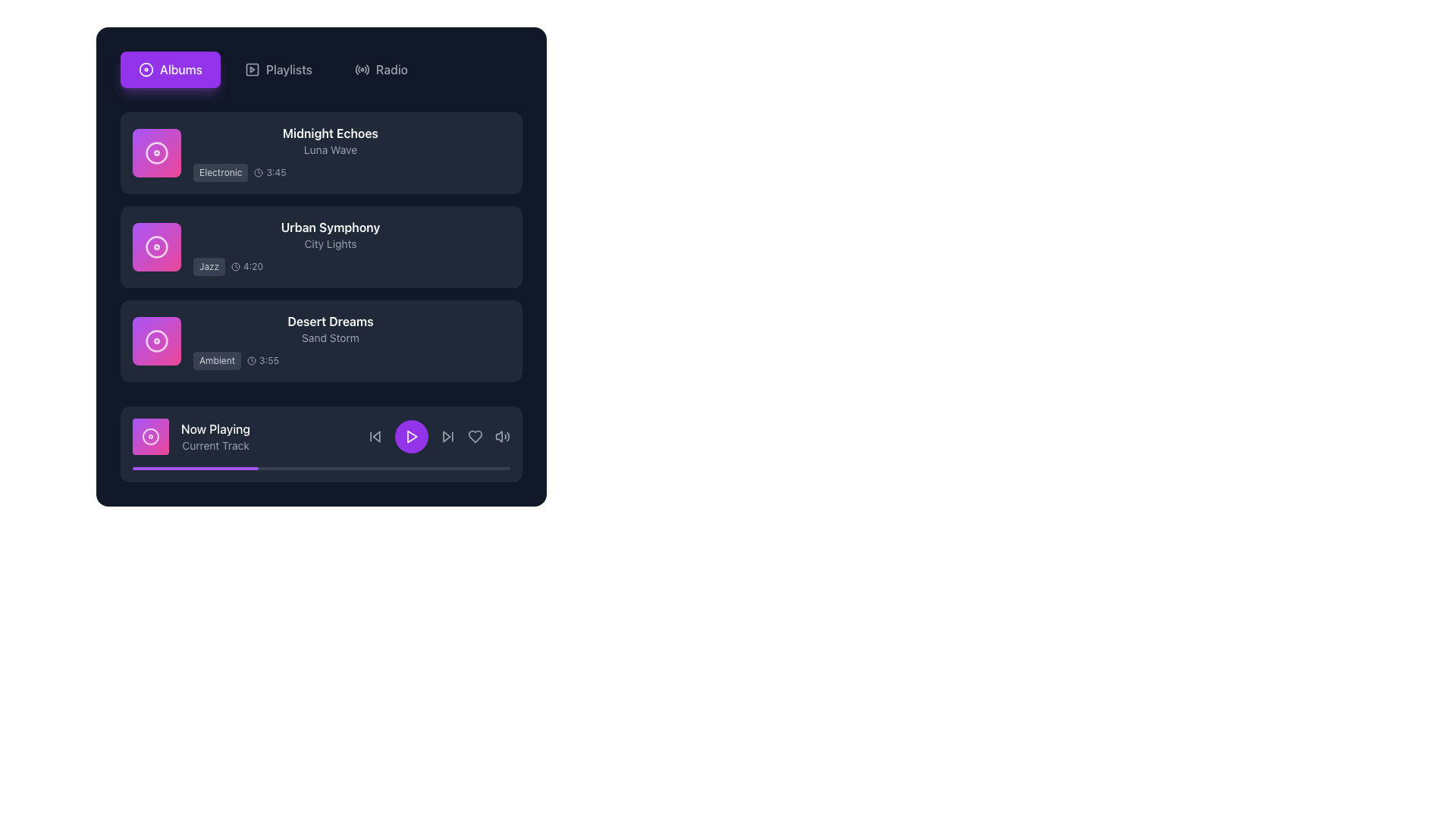 This screenshot has width=1456, height=819. What do you see at coordinates (252, 360) in the screenshot?
I see `the circular graphical component representing the clock symbol located at the bottom-right of the third track ('Desert Dreams') in the list` at bounding box center [252, 360].